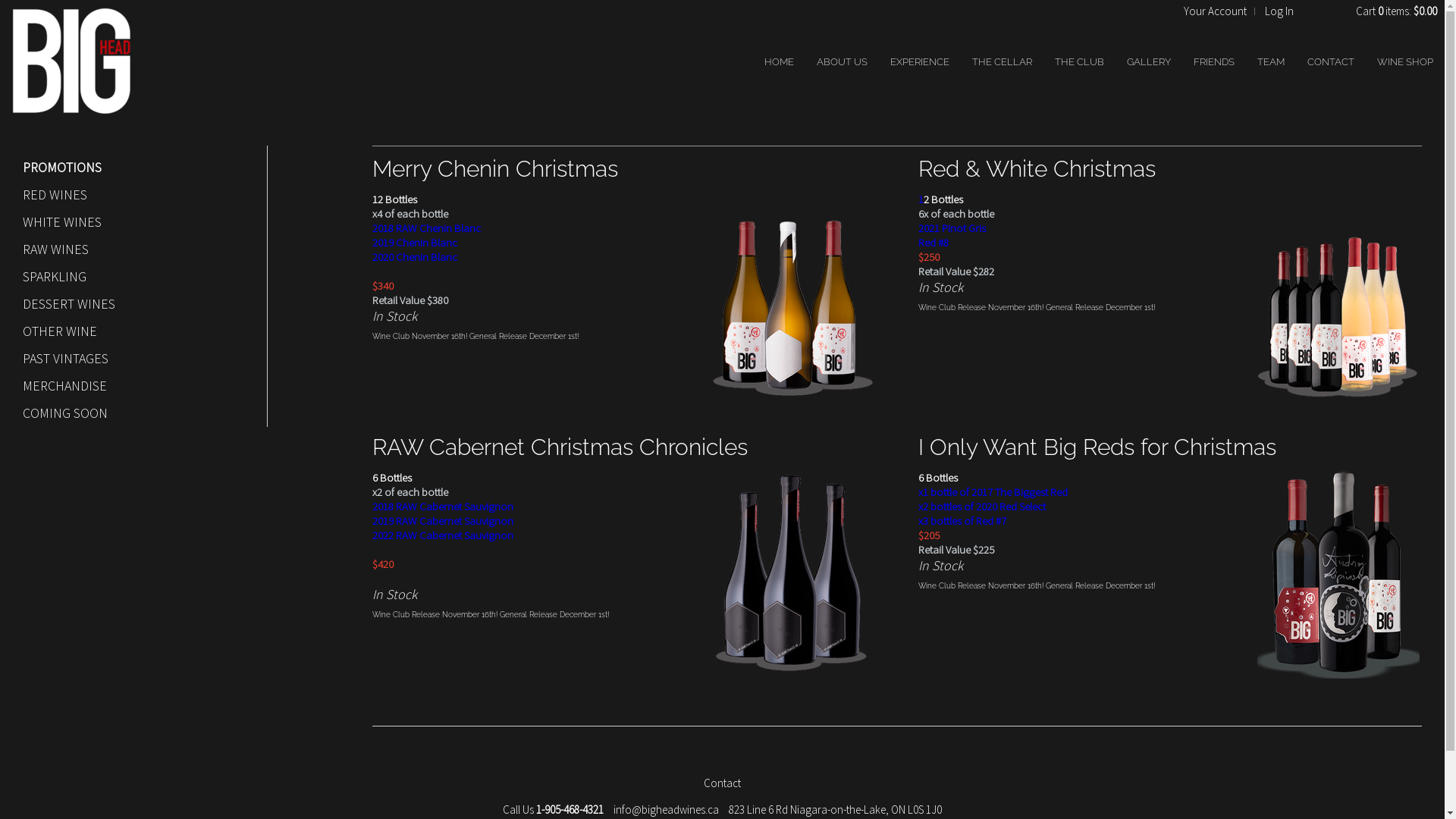  Describe the element at coordinates (425, 227) in the screenshot. I see `'2018 RAW Chenin Blanc'` at that location.